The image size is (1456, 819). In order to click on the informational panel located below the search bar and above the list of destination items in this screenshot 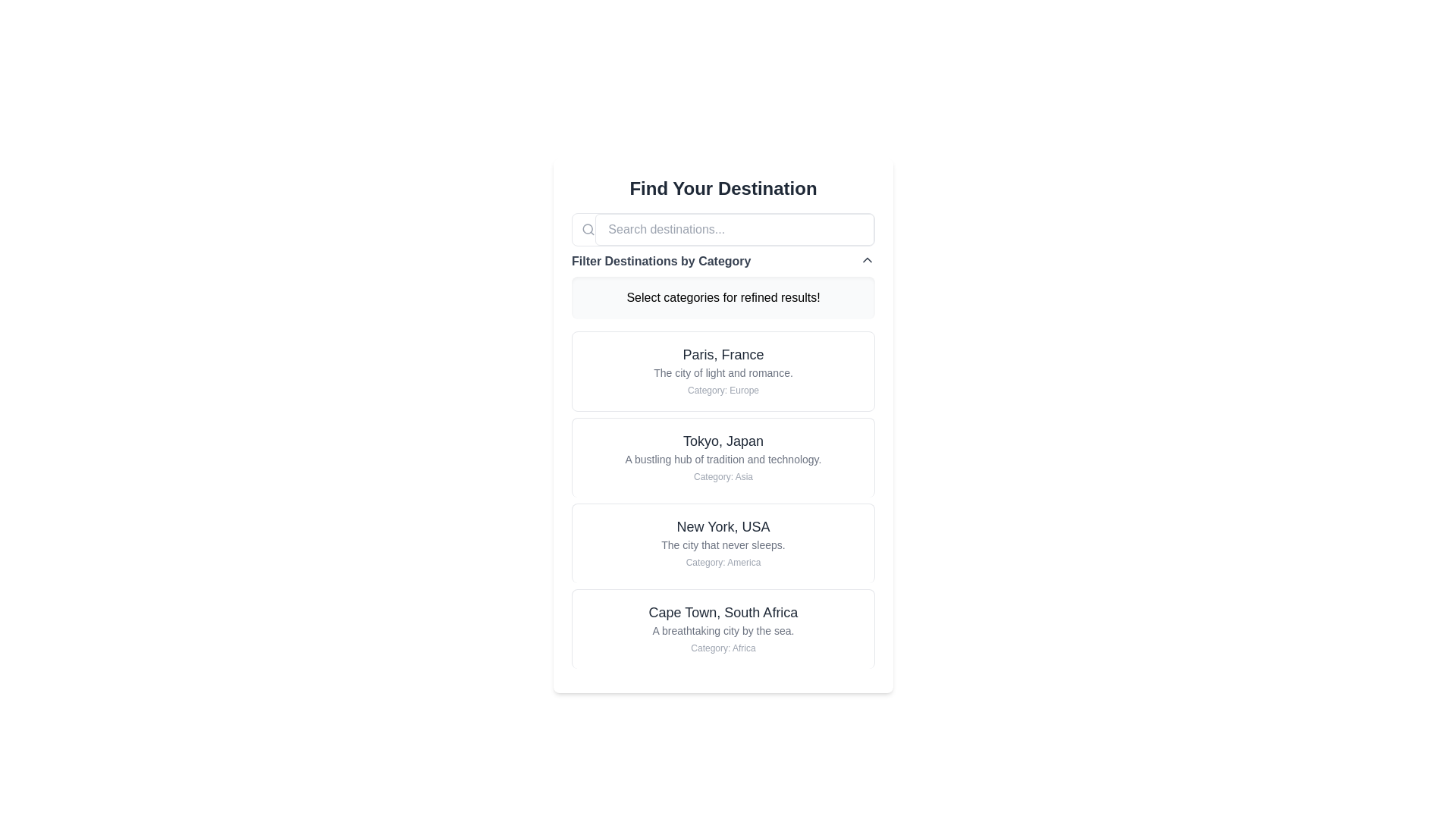, I will do `click(723, 265)`.